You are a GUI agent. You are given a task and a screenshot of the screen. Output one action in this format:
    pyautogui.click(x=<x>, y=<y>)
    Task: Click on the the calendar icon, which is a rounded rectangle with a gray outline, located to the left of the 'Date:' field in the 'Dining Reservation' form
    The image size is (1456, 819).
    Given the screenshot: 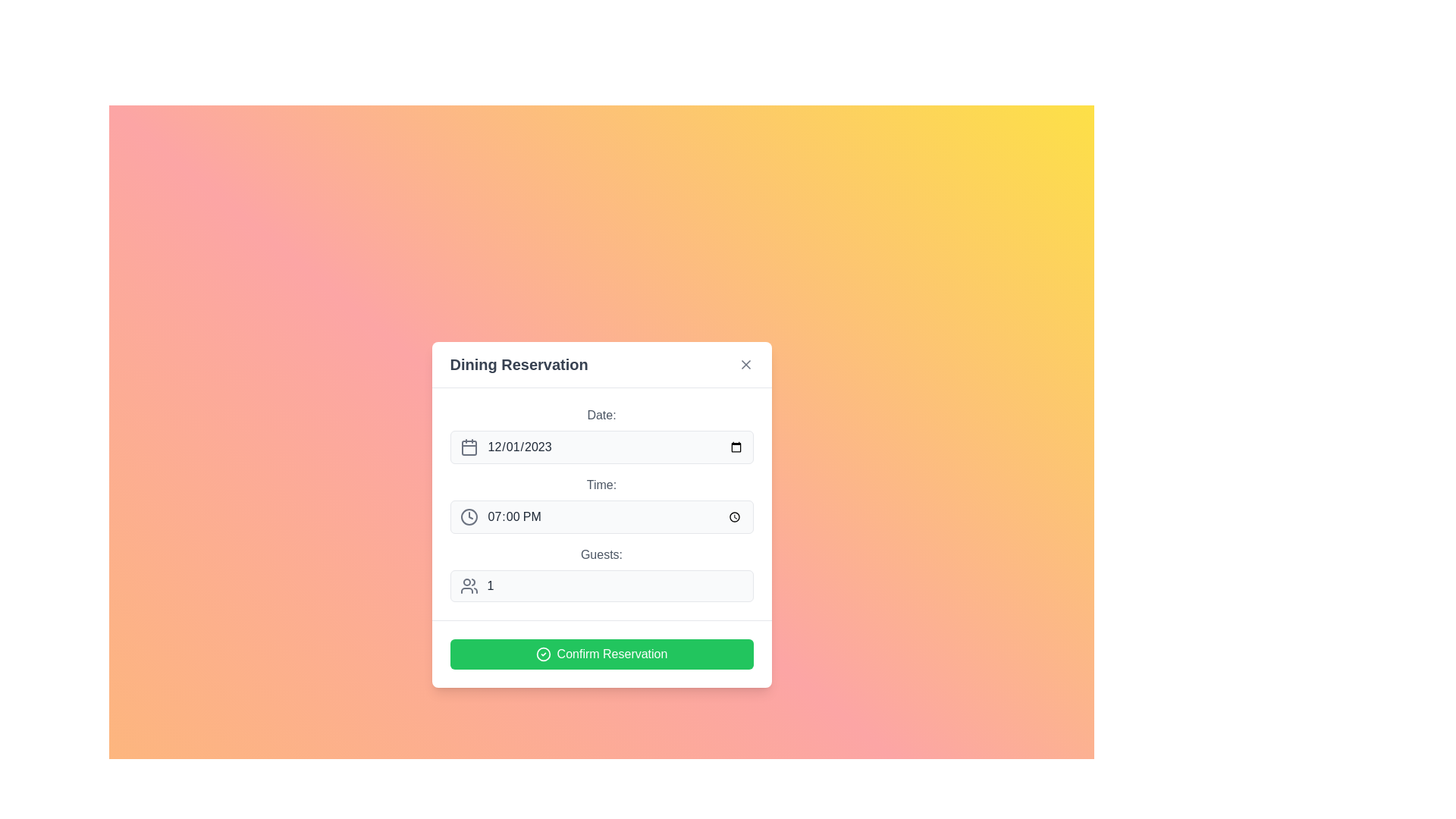 What is the action you would take?
    pyautogui.click(x=468, y=447)
    